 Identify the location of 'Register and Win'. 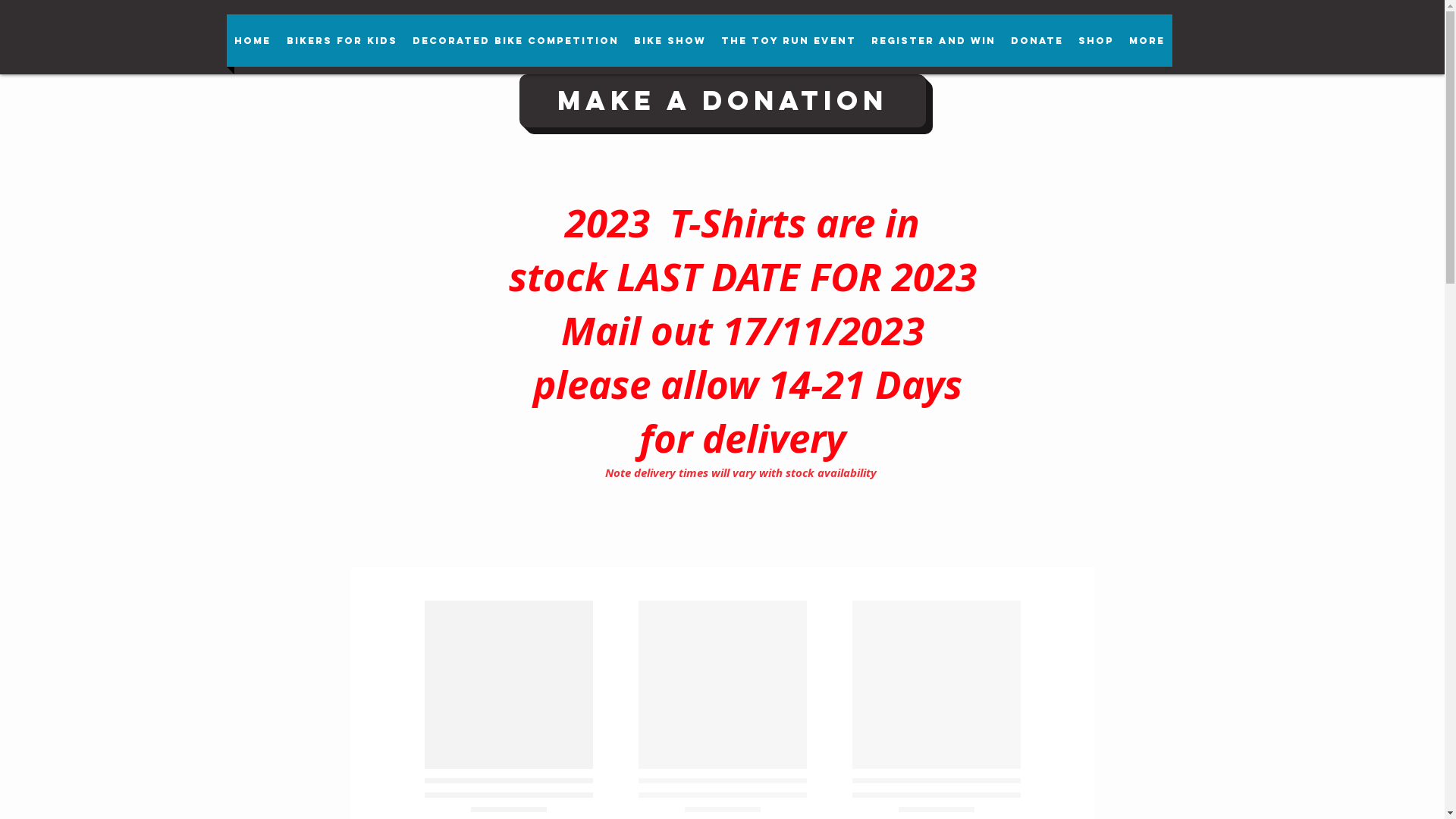
(931, 39).